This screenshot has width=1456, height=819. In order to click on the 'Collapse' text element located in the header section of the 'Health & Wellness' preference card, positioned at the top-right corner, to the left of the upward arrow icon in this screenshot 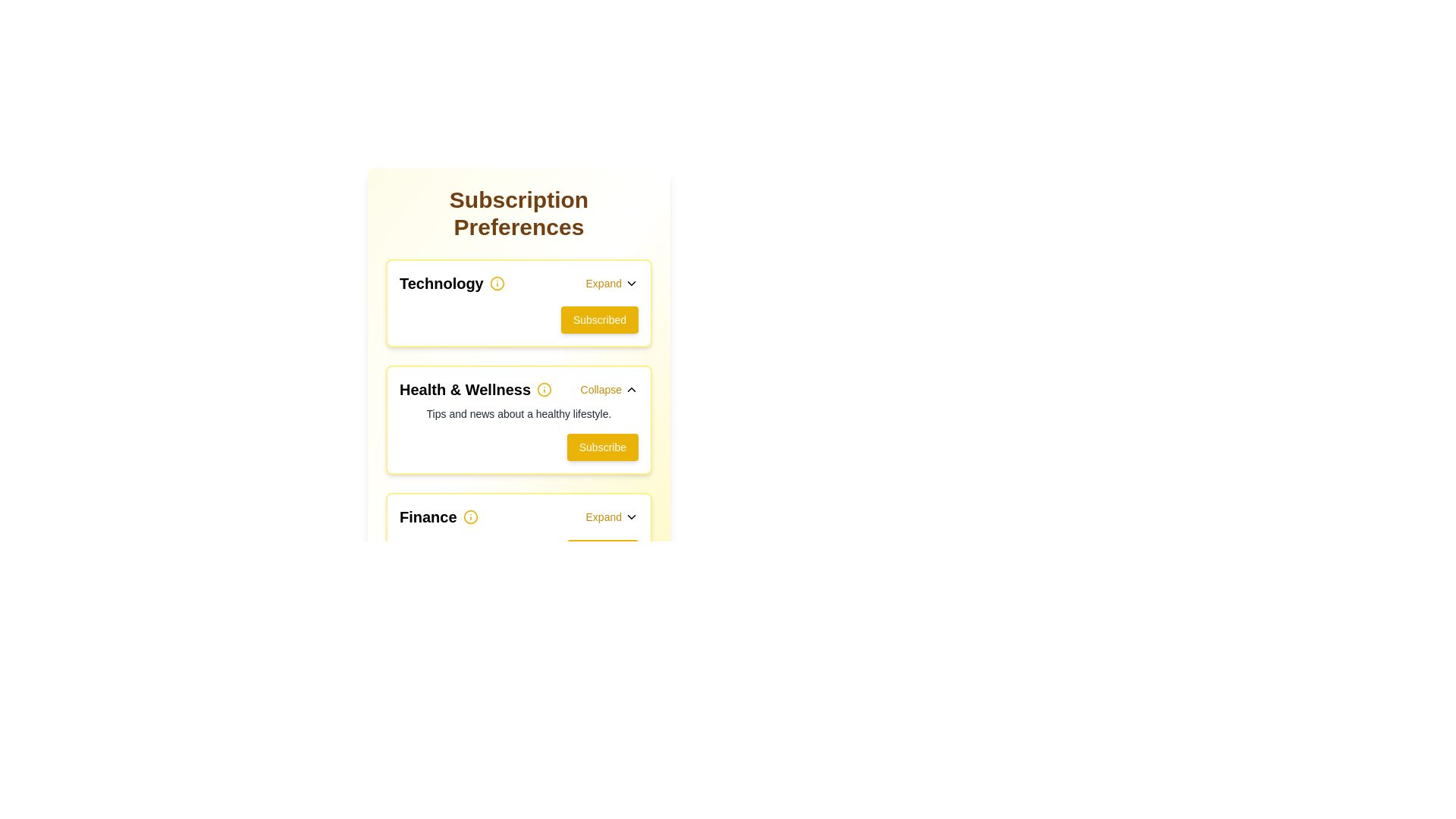, I will do `click(600, 388)`.